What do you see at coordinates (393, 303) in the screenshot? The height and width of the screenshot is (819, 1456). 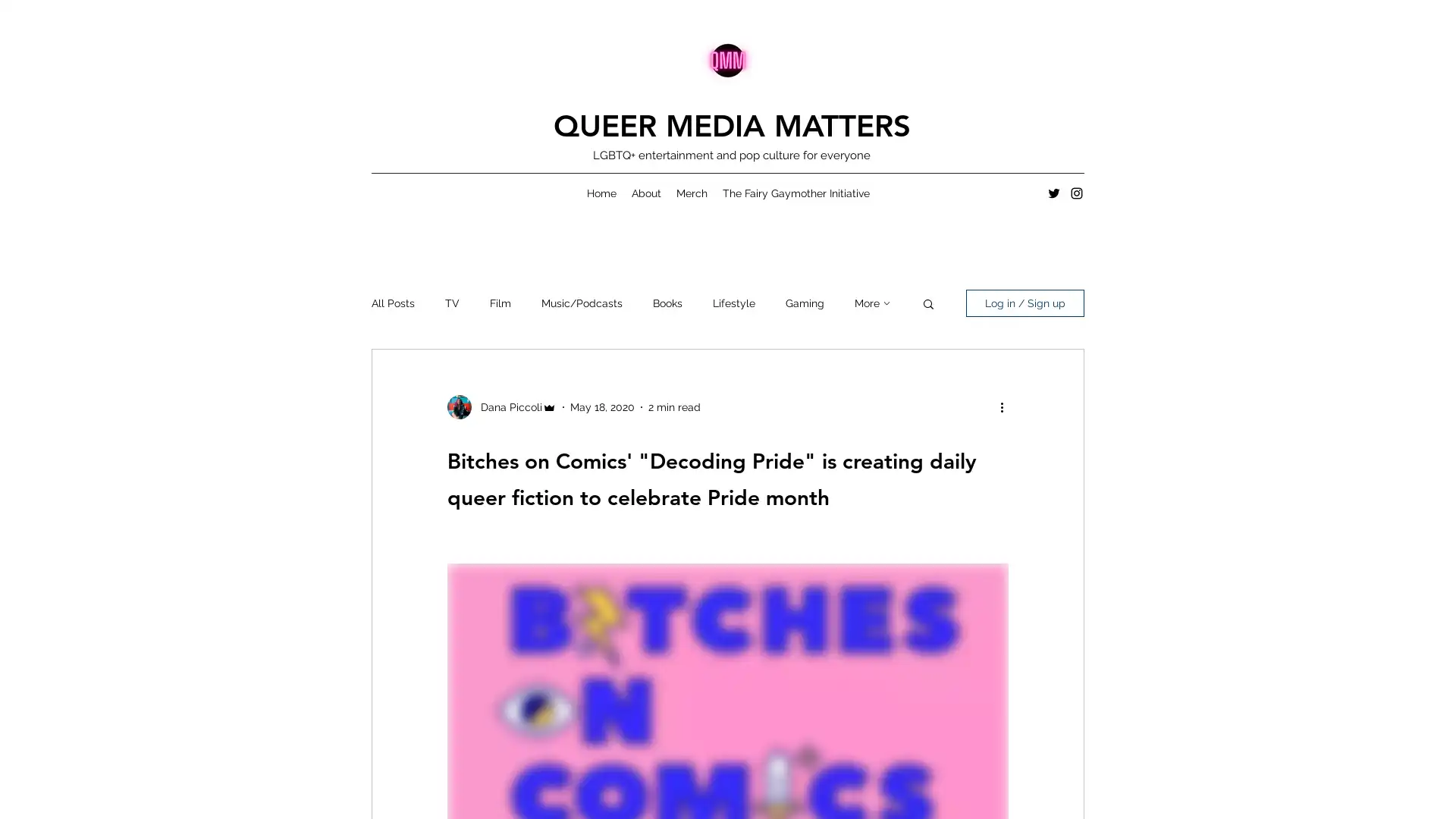 I see `All Posts` at bounding box center [393, 303].